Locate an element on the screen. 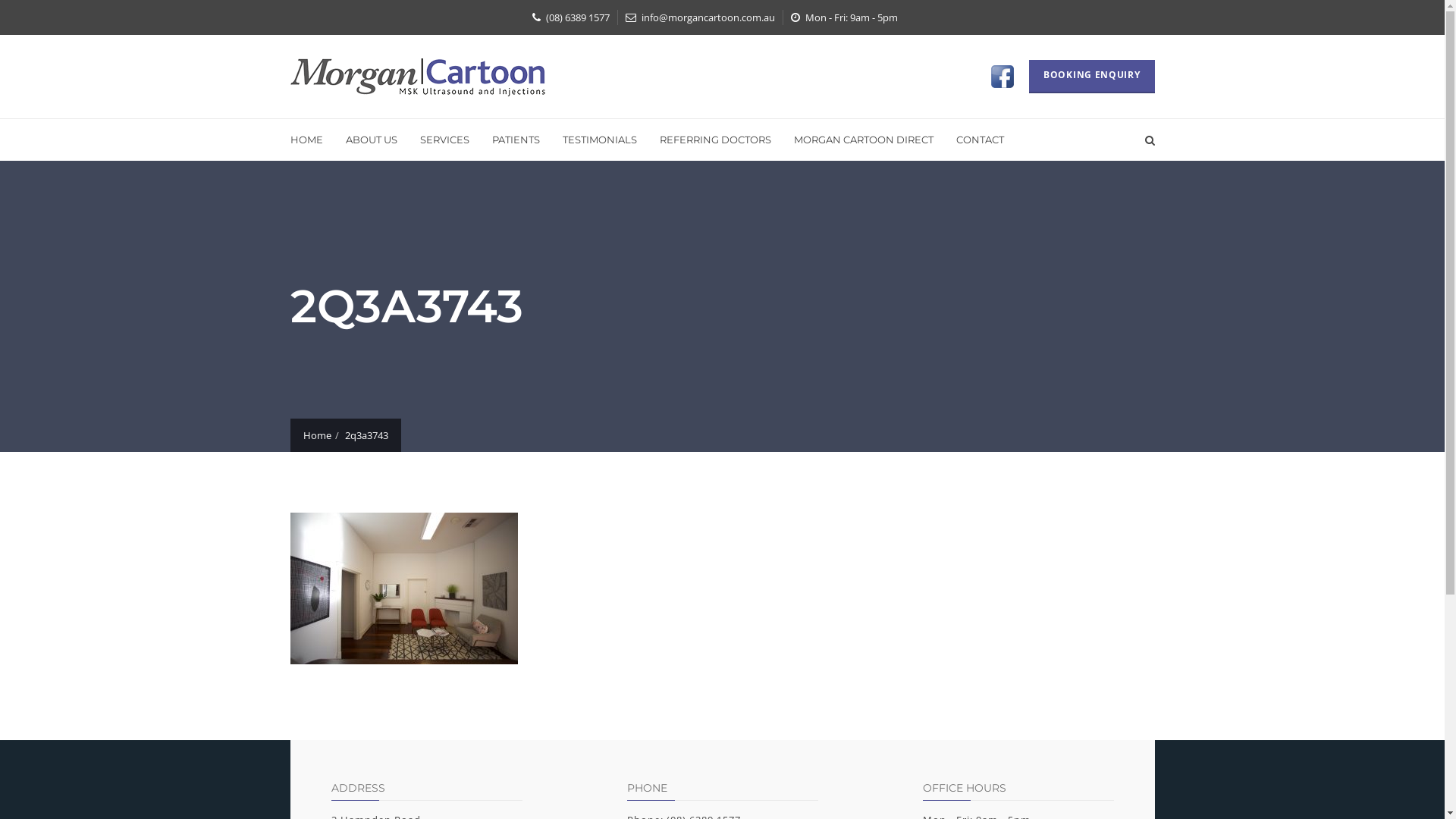 The width and height of the screenshot is (1456, 819). 'BOOKING ENQUIRY' is located at coordinates (1092, 77).